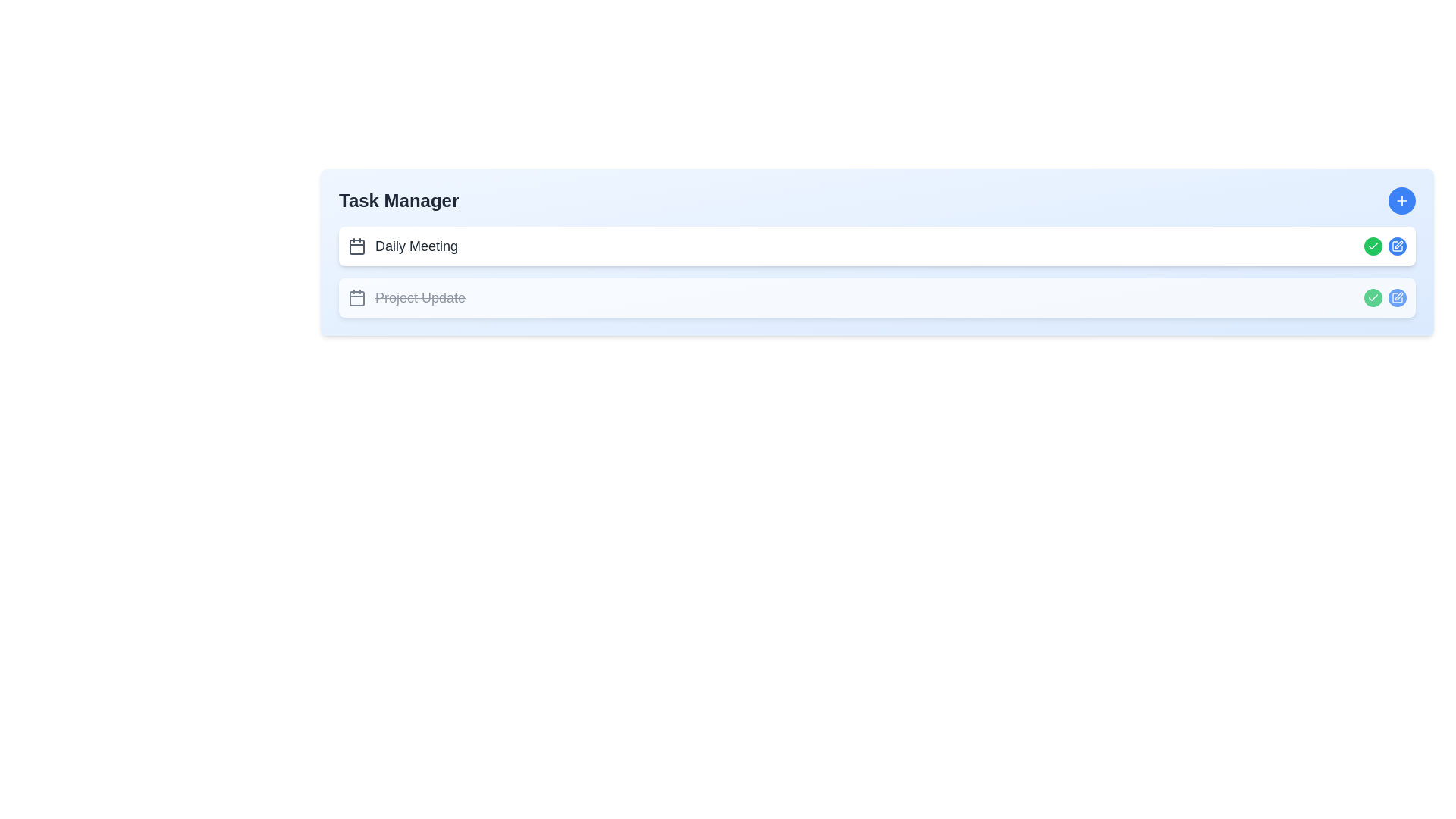 Image resolution: width=1456 pixels, height=819 pixels. What do you see at coordinates (1397, 298) in the screenshot?
I see `the edit button located at the far right of the task row labeled 'Project Update'` at bounding box center [1397, 298].